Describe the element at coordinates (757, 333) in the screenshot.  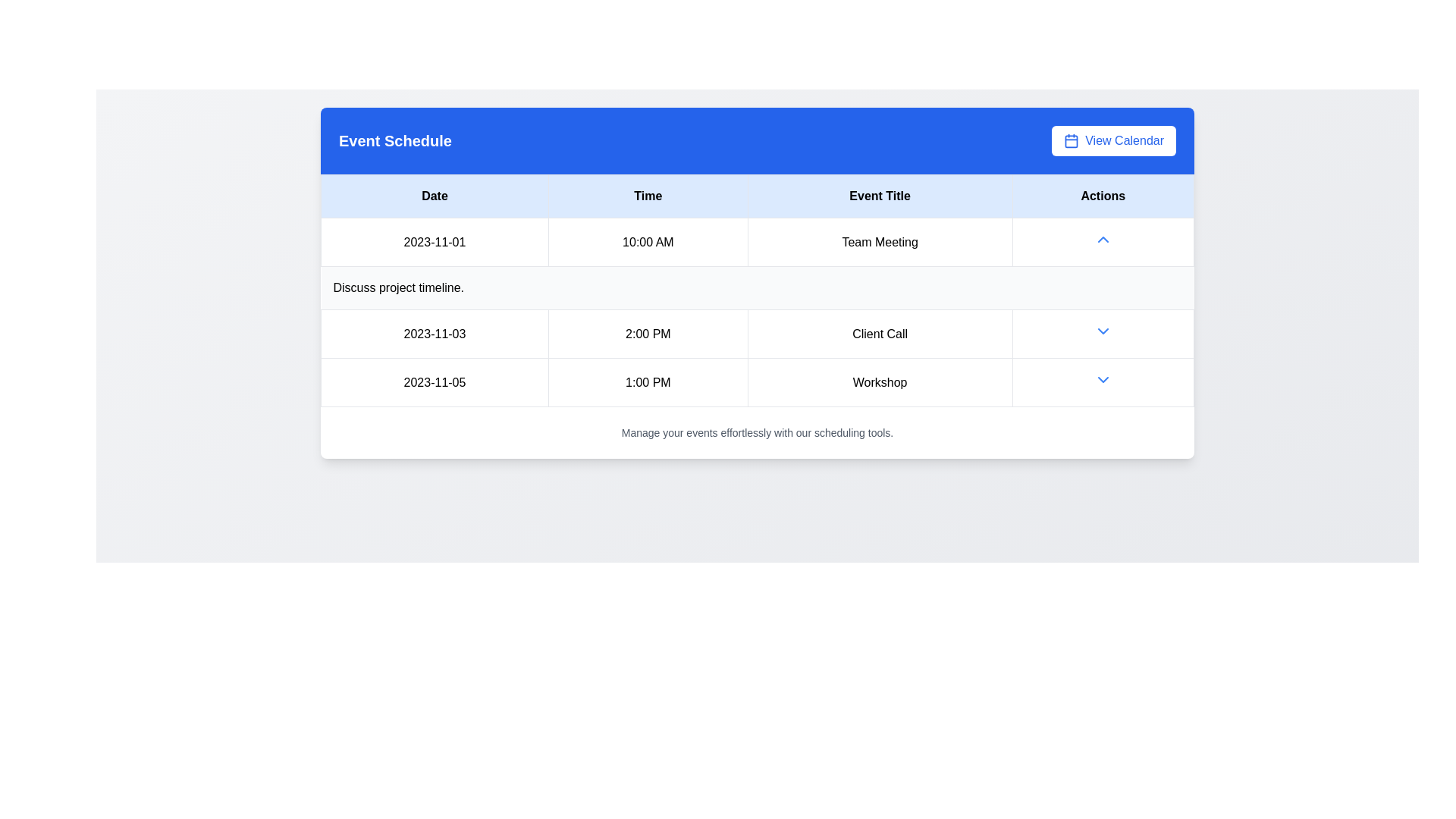
I see `event details of the second row in the schedule, which includes the date '2023-11-03', time '2:00 PM', and title 'Client Call'` at that location.